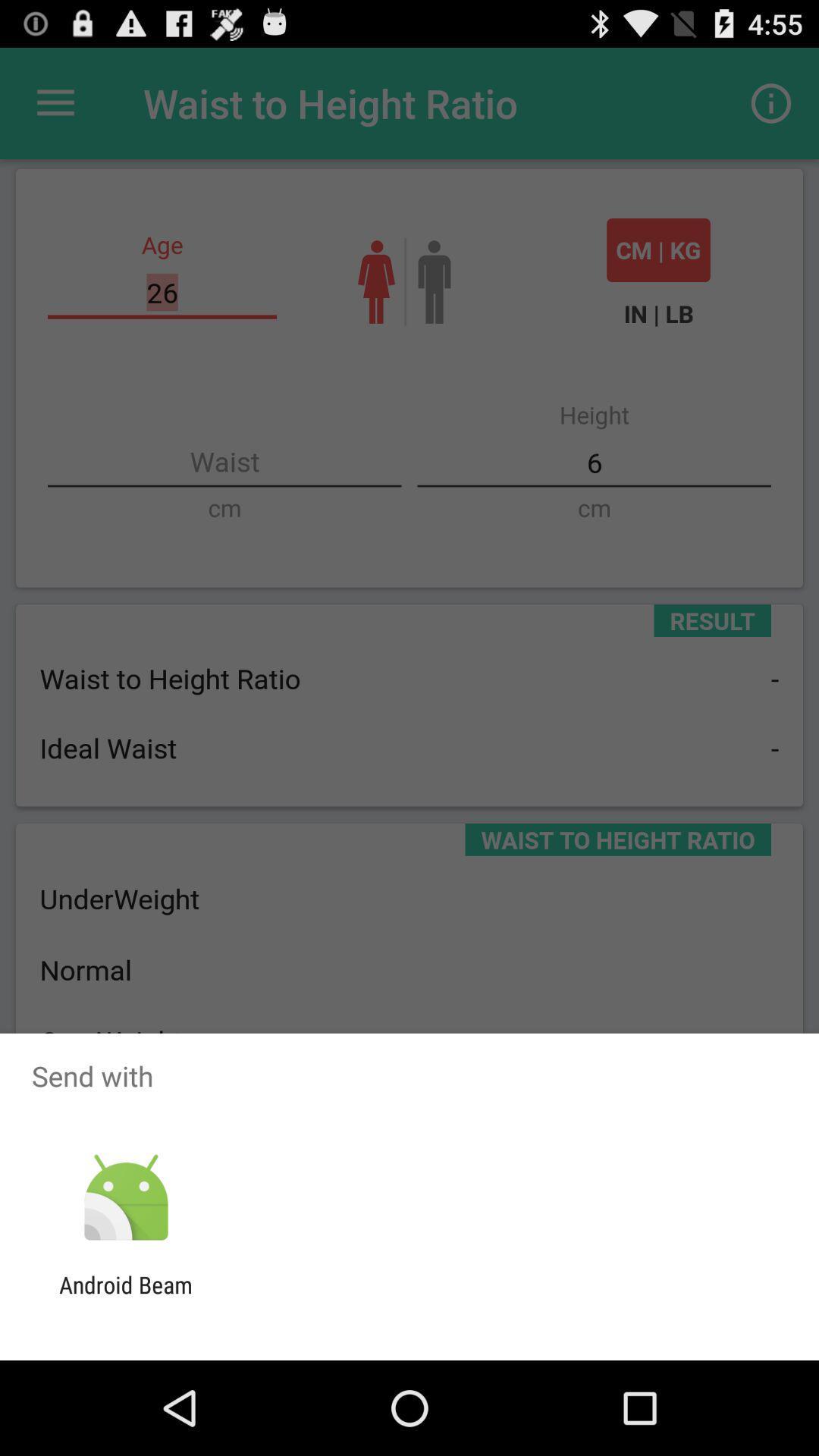 The height and width of the screenshot is (1456, 819). Describe the element at coordinates (125, 1298) in the screenshot. I see `android beam app` at that location.